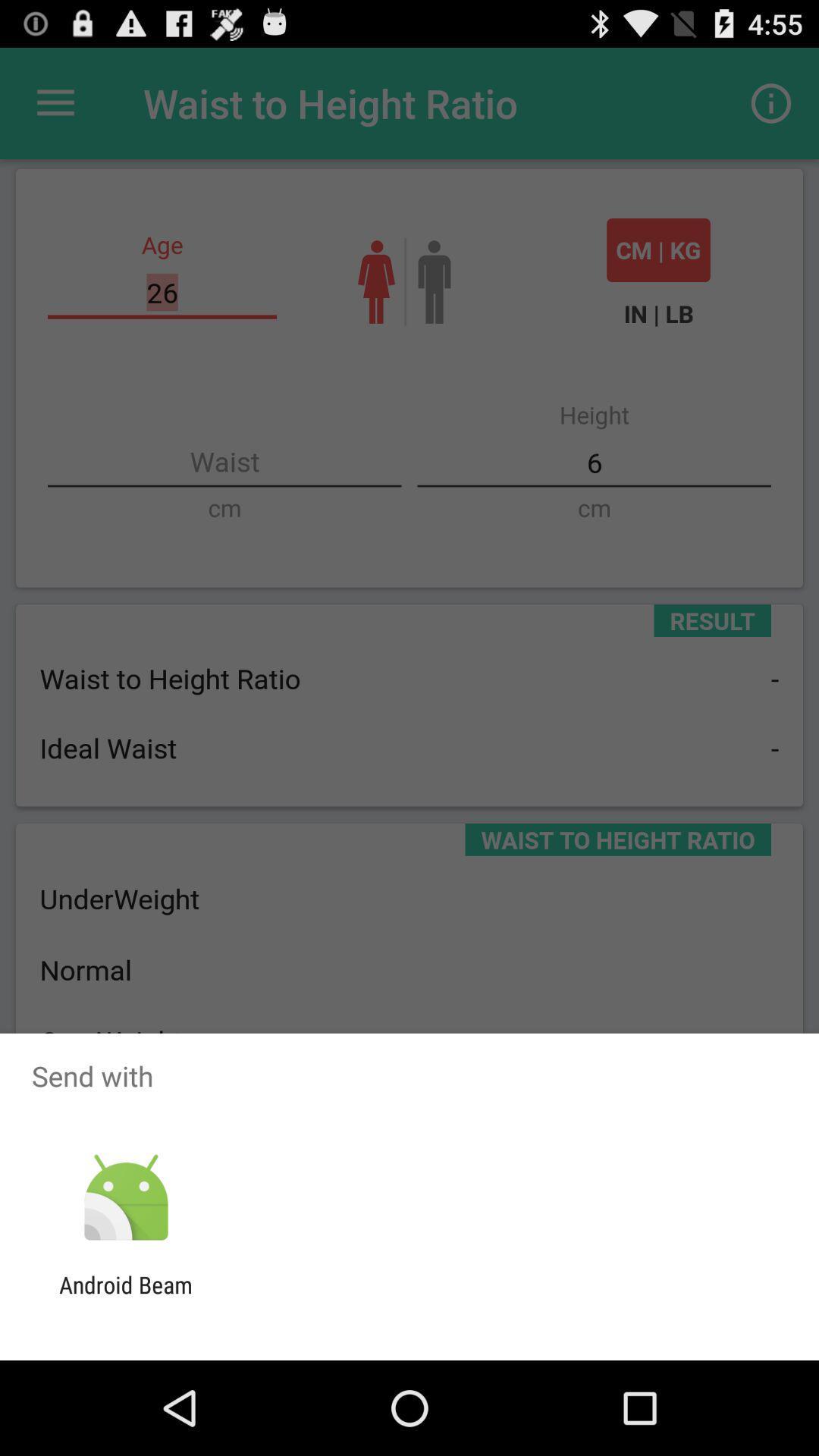 The height and width of the screenshot is (1456, 819). Describe the element at coordinates (125, 1298) in the screenshot. I see `android beam app` at that location.